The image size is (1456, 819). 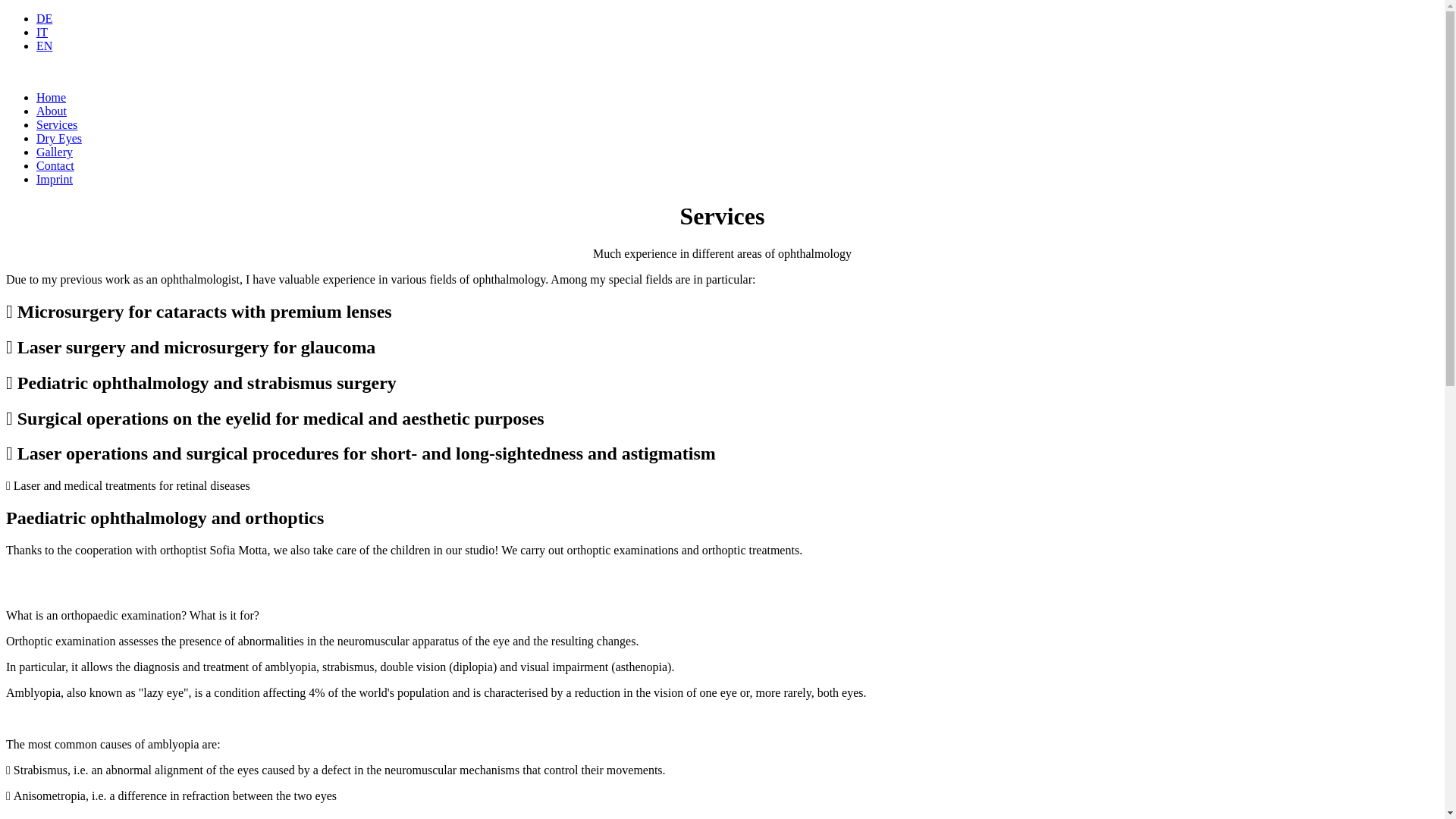 I want to click on 'EN', so click(x=44, y=45).